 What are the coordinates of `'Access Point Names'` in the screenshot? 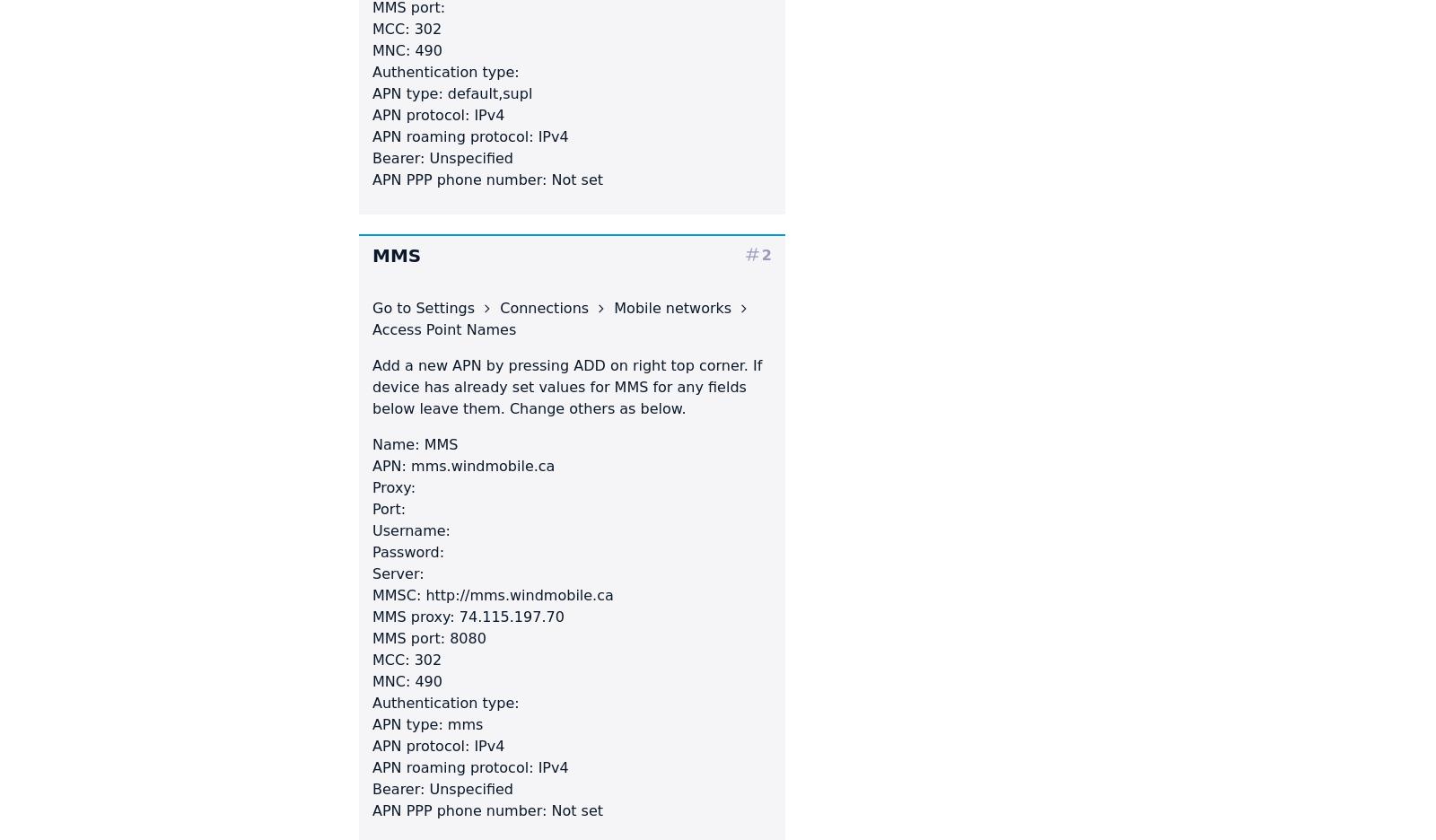 It's located at (443, 328).